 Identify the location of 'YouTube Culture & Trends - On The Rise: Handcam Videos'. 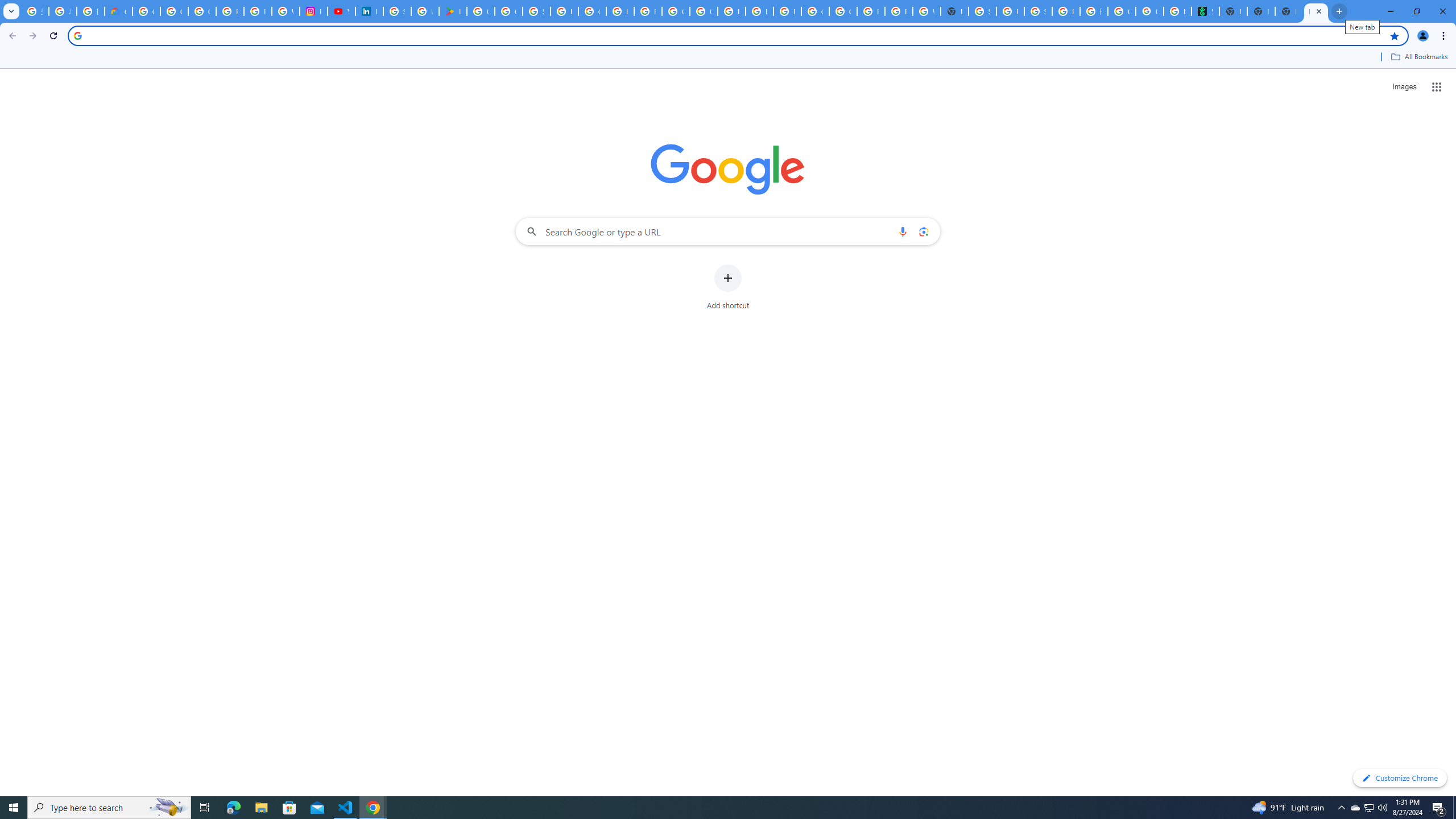
(341, 11).